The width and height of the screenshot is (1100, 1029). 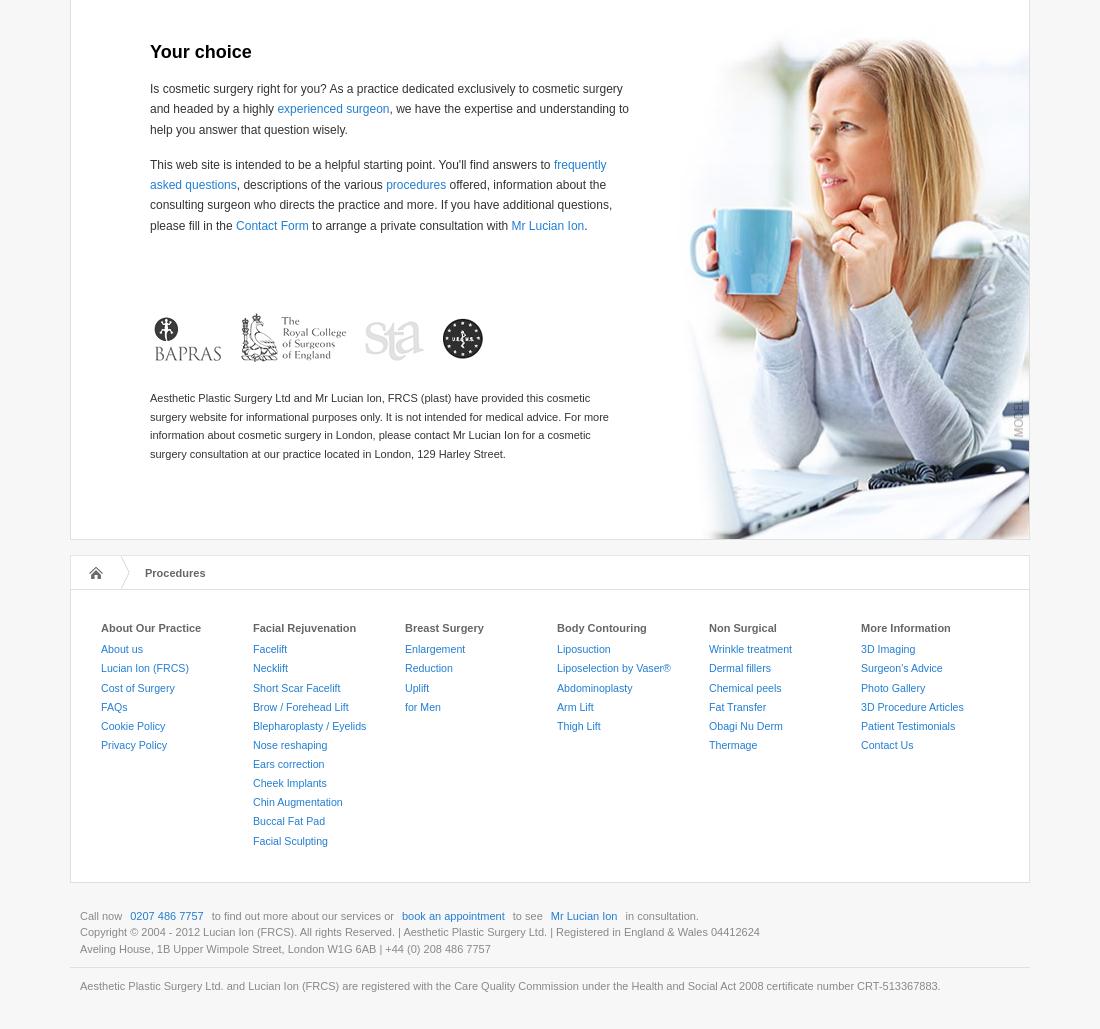 I want to click on 'procedures', so click(x=415, y=185).